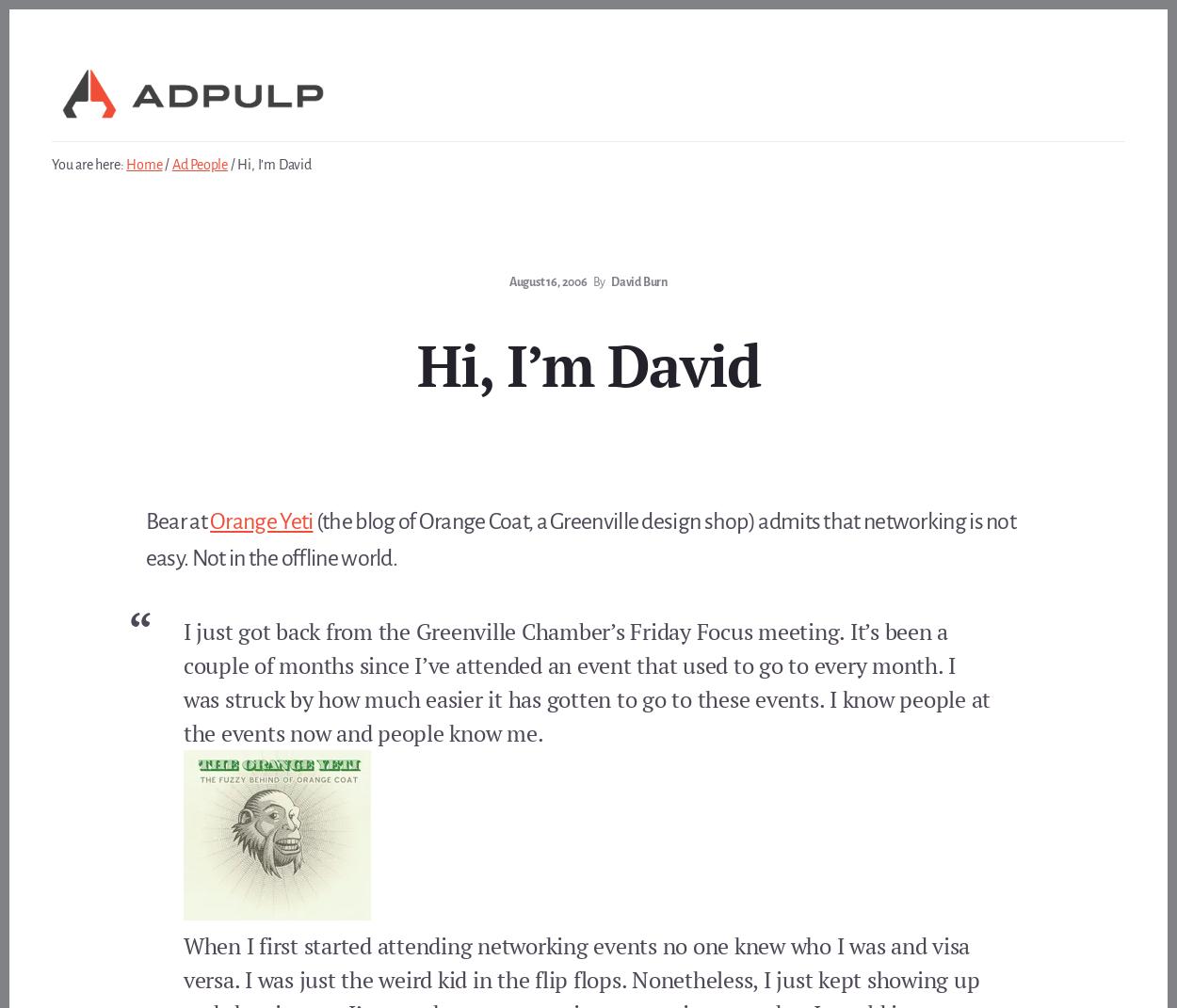 The width and height of the screenshot is (1177, 1008). I want to click on 'I just got back from the Greenville Chamber’s Friday Focus meeting. It’s been a couple of months since I’ve attended an event that used to go to every month. I was struck by how much easier it has gotten to go to these events. I know people at the events now and people know me.', so click(586, 681).